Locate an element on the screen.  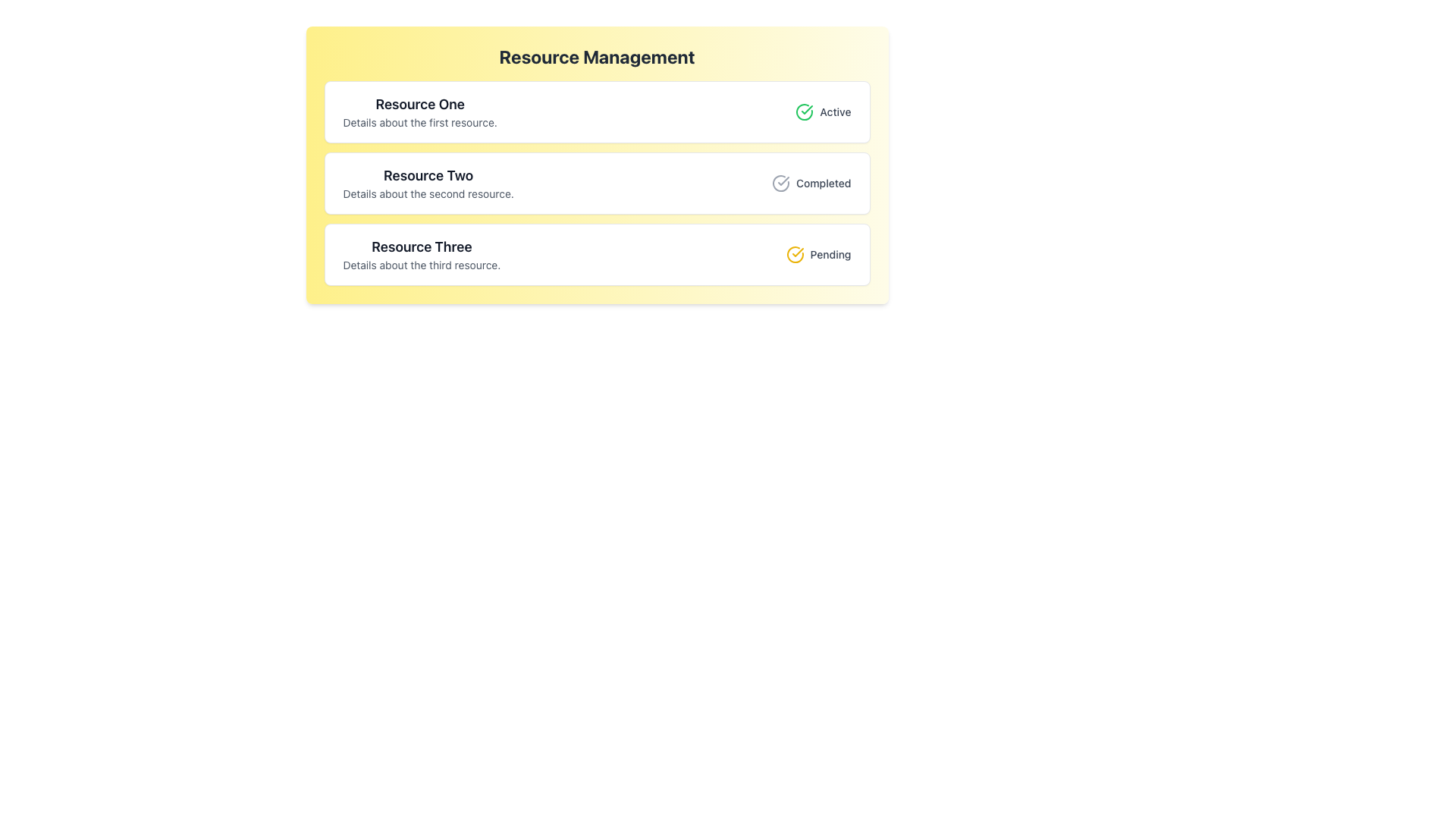
the Static Text Label indicating 'Pending' status for the third resource row in the status section is located at coordinates (830, 253).